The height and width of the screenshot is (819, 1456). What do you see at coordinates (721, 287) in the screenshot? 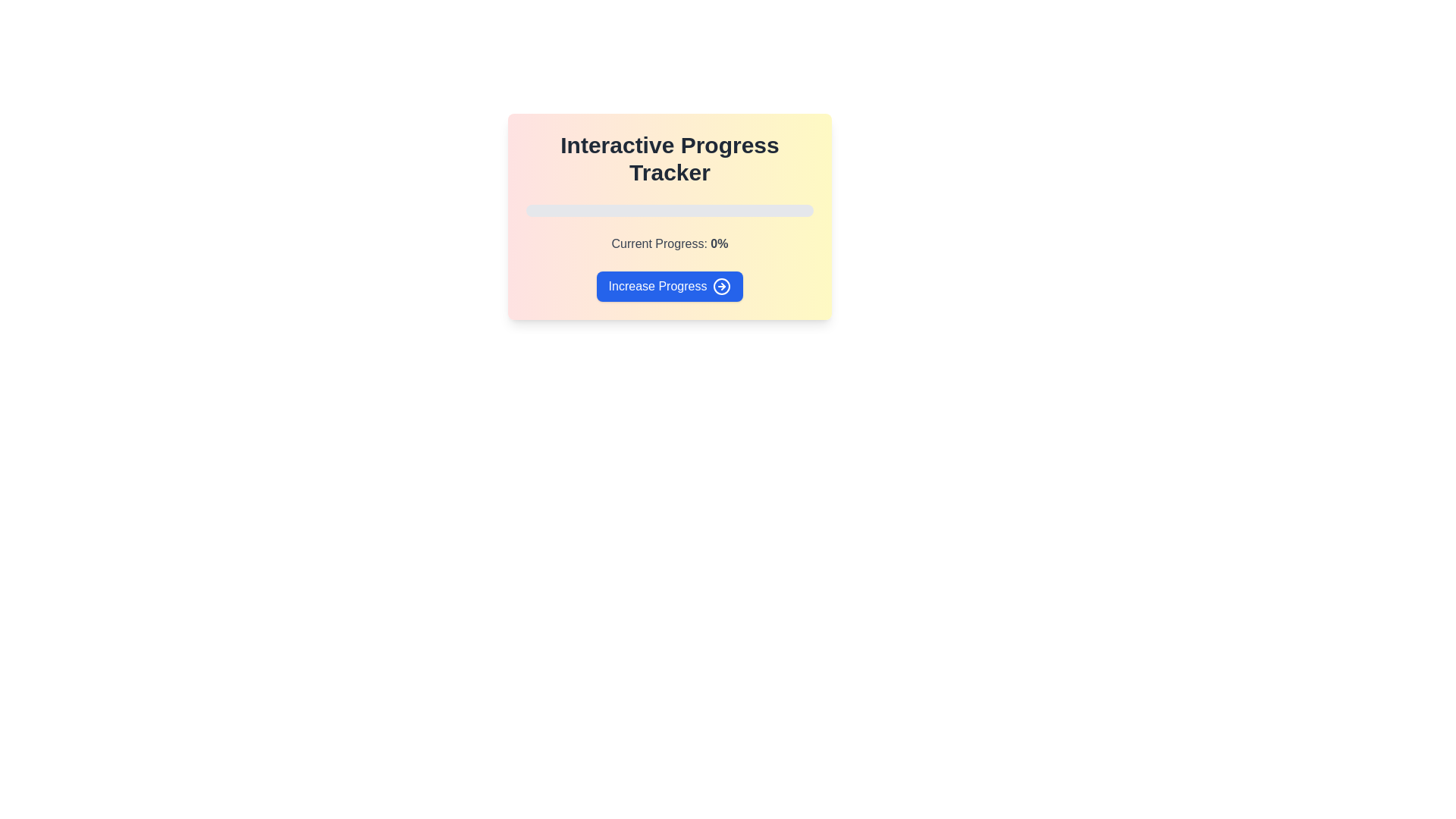
I see `the 'Increase Progress' button that contains a circular icon with a rightward-pointing arrow` at bounding box center [721, 287].